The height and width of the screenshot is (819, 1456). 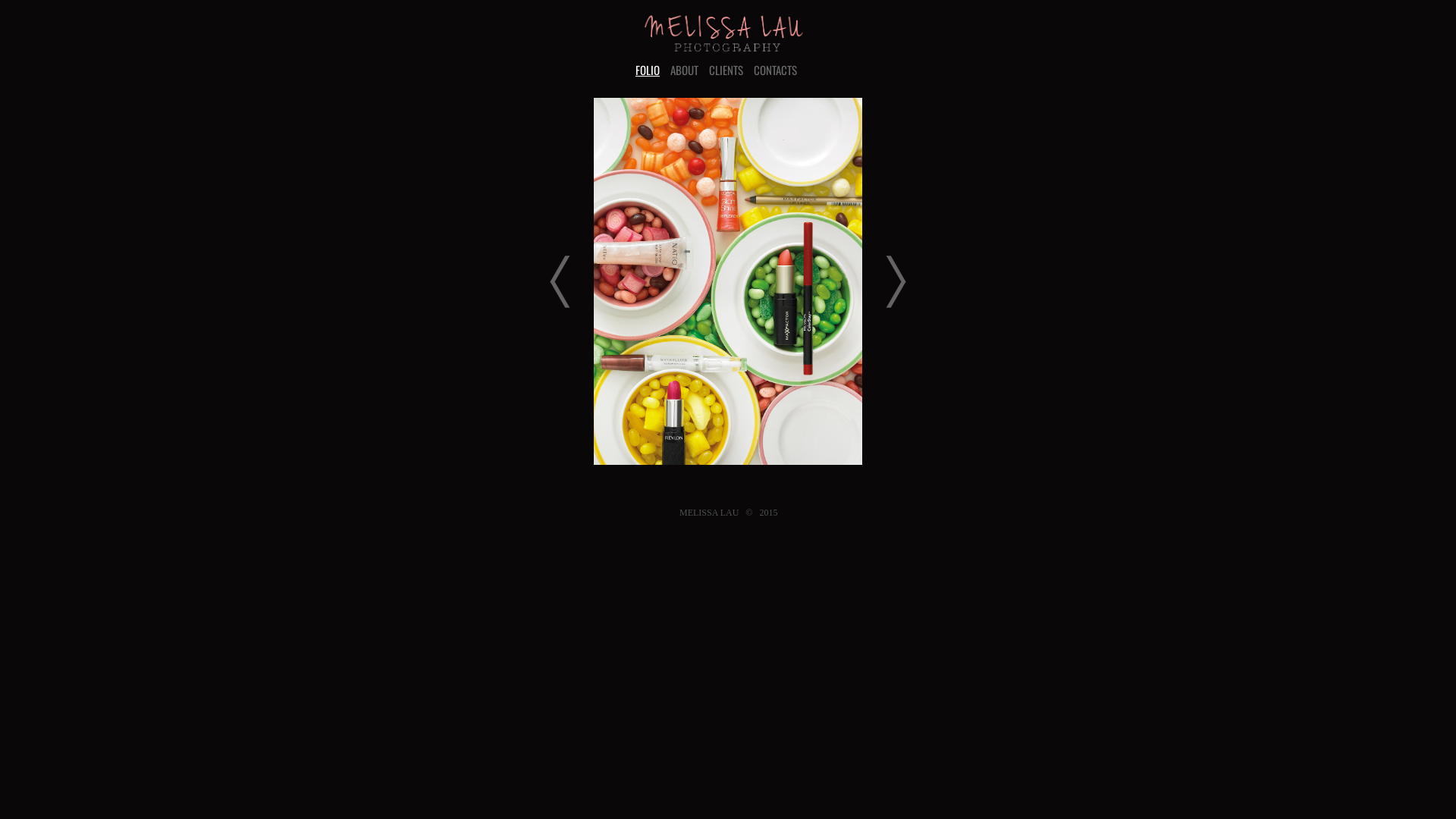 I want to click on 'CLIENTS', so click(x=708, y=70).